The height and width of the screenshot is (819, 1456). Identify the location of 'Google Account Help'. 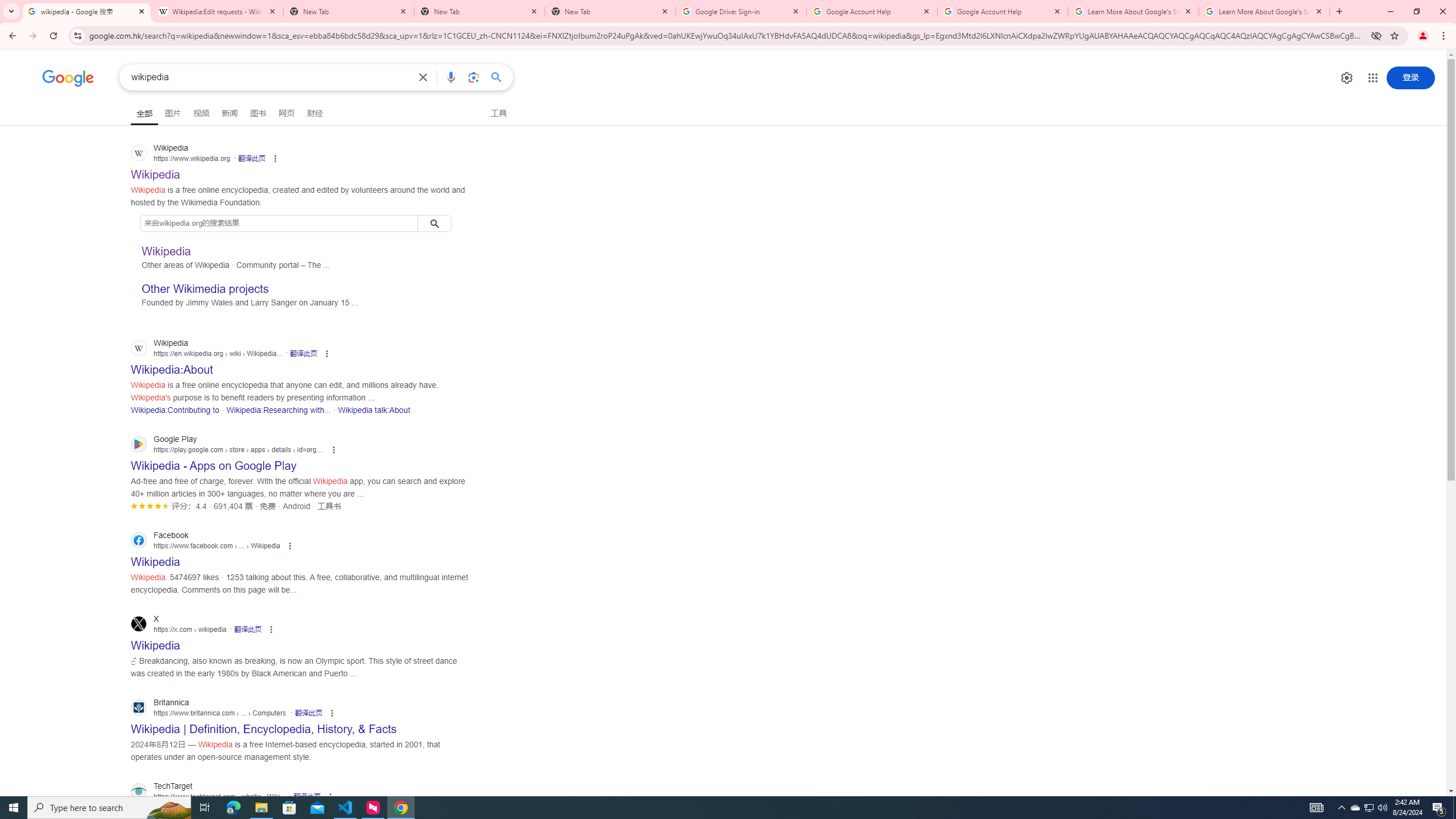
(1002, 11).